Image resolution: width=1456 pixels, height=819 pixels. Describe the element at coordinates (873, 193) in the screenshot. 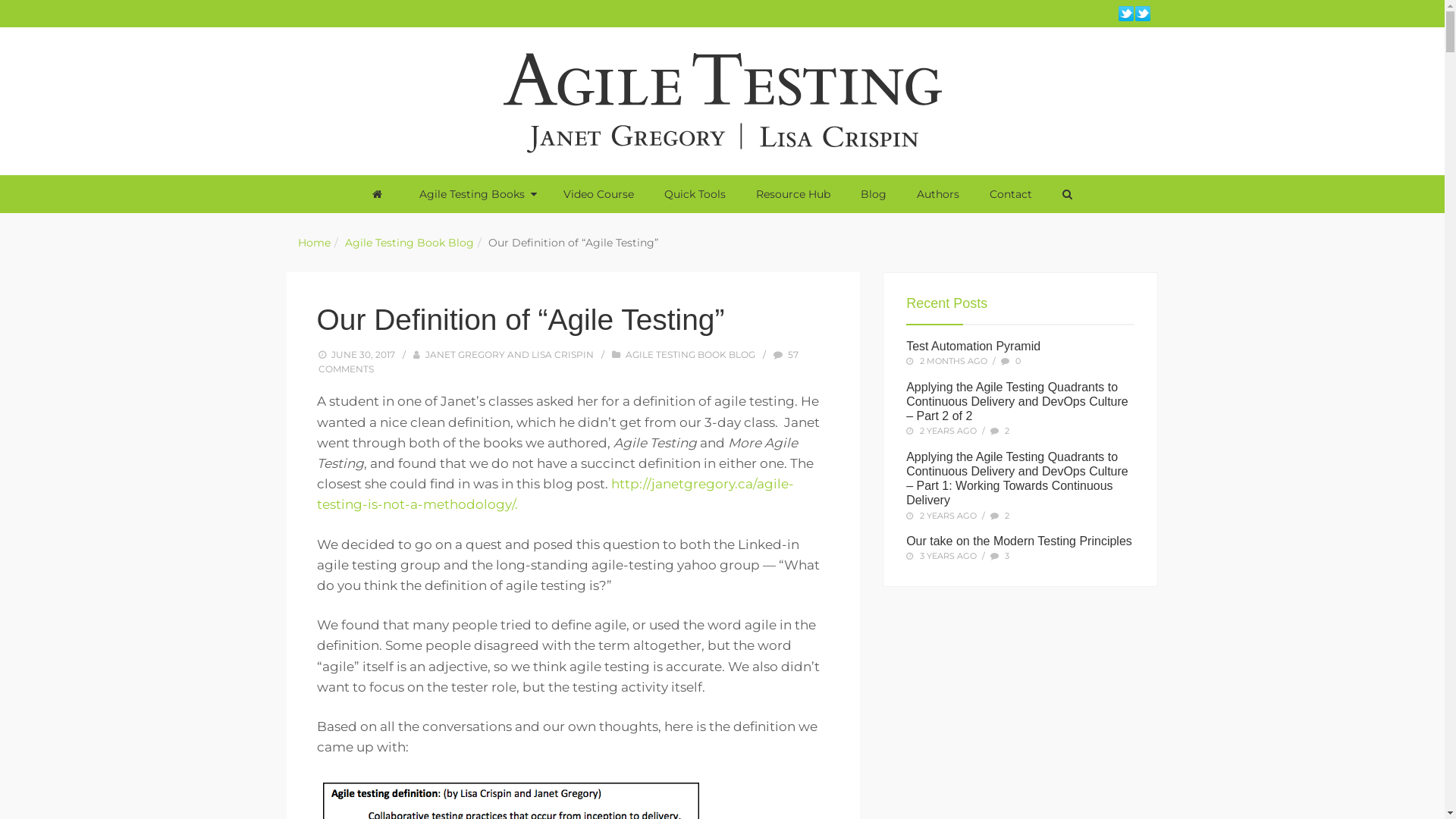

I see `'Blog'` at that location.